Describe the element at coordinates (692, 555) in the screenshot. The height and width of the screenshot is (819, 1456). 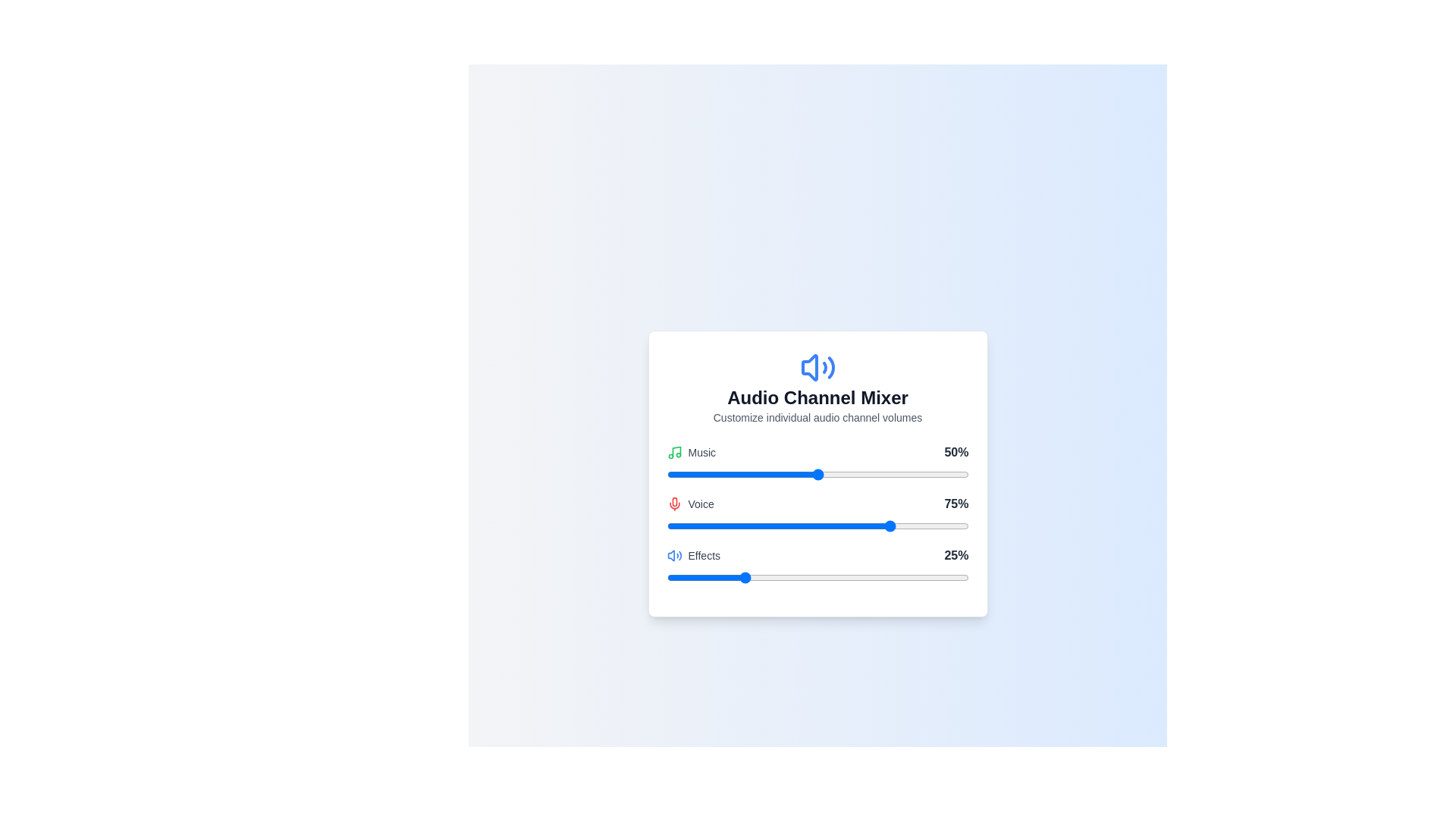
I see `the 'Effects' label with a blue volume icon, located at the leftmost side in the bottom item of the audio channel mixer interface` at that location.